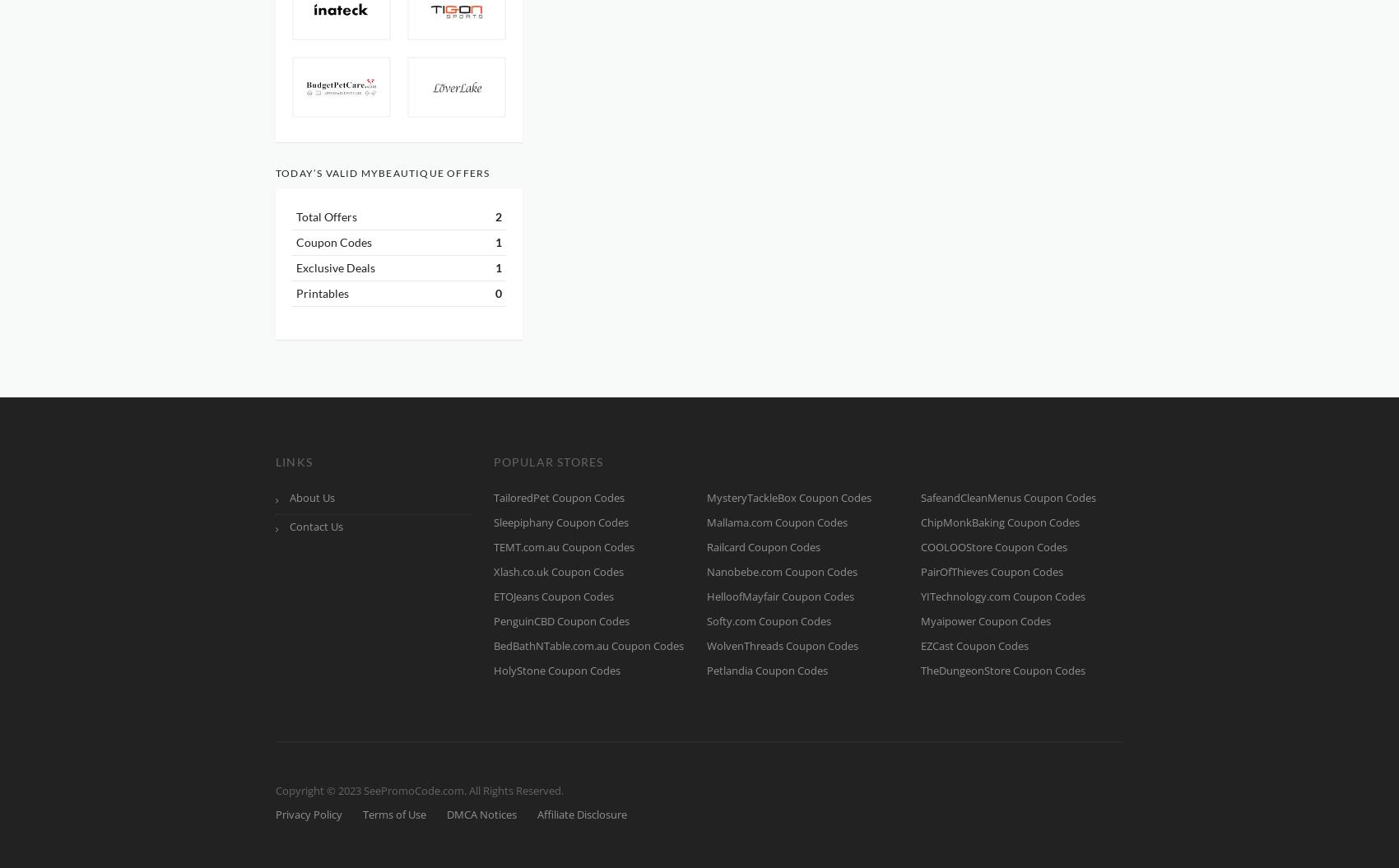 The height and width of the screenshot is (868, 1399). What do you see at coordinates (998, 522) in the screenshot?
I see `'ChipMonkBaking Coupon Codes'` at bounding box center [998, 522].